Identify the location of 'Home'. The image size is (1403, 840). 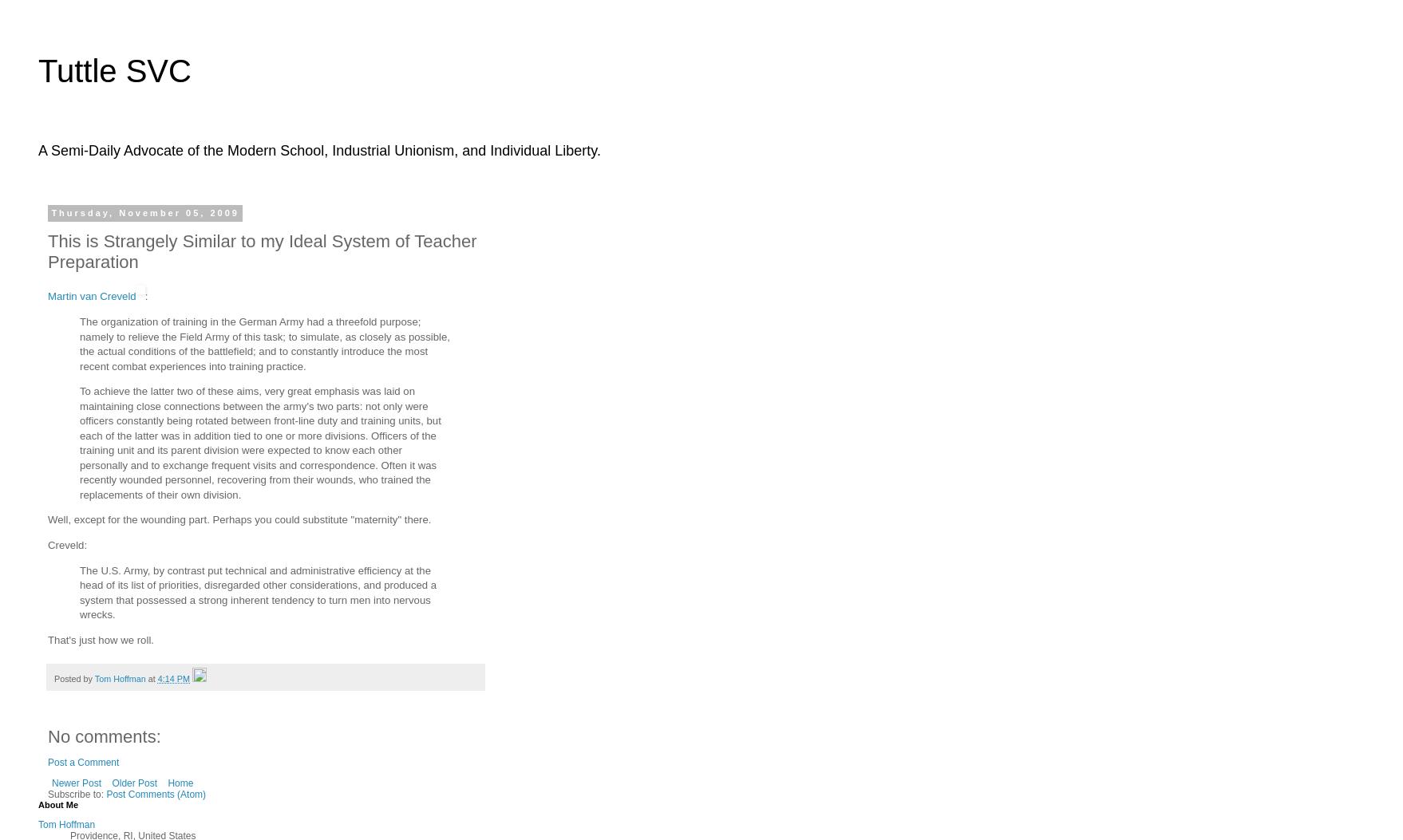
(180, 783).